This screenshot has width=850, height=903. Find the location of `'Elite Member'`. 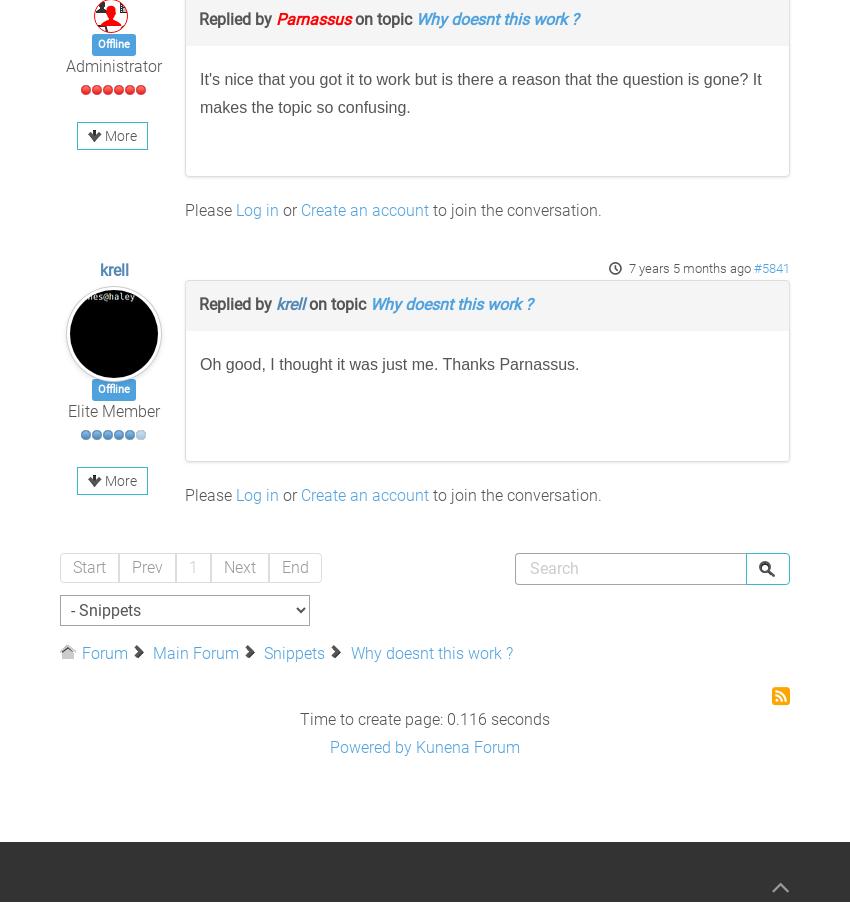

'Elite Member' is located at coordinates (112, 410).